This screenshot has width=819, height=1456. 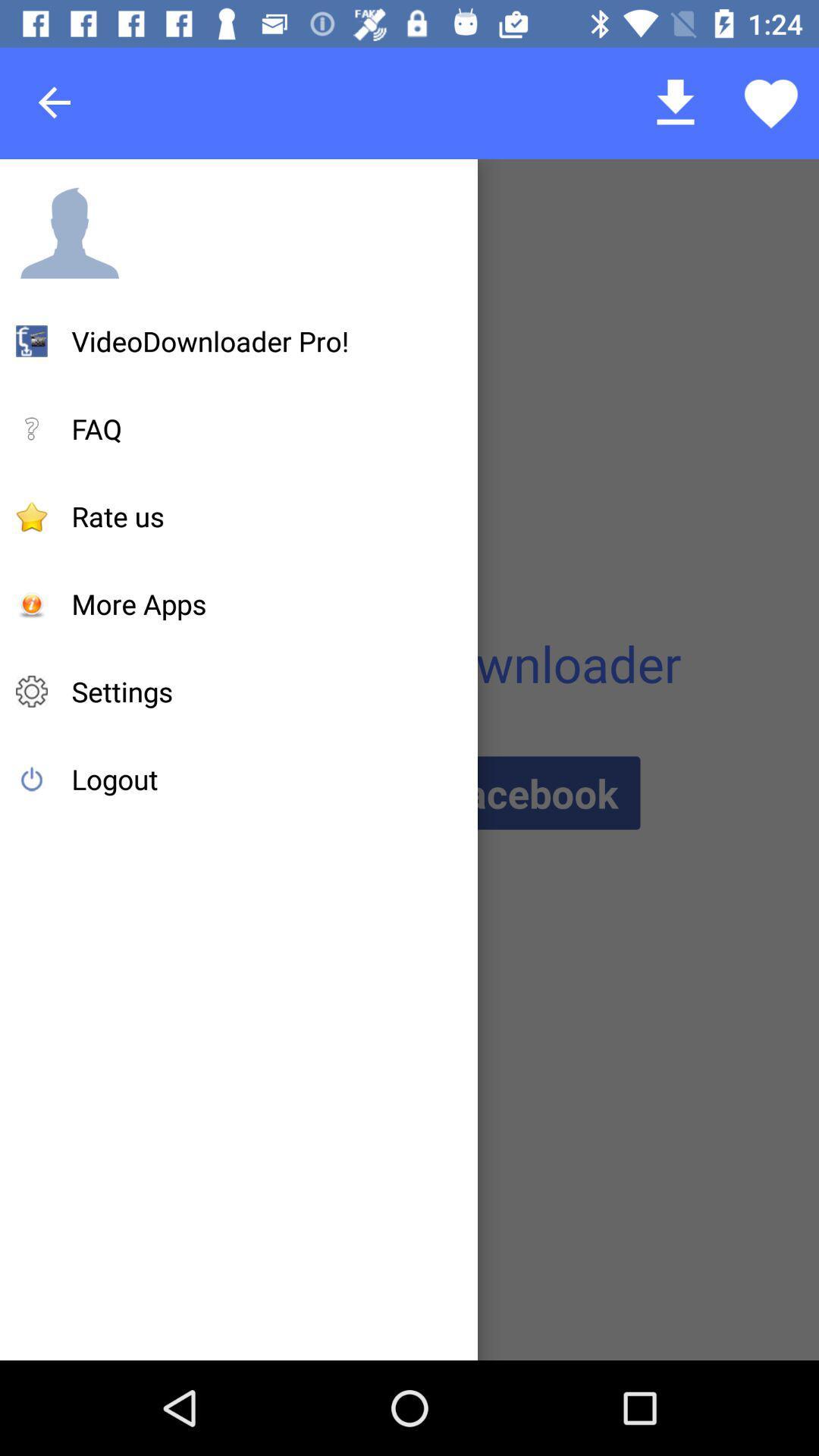 I want to click on videodownloader pro!, so click(x=210, y=340).